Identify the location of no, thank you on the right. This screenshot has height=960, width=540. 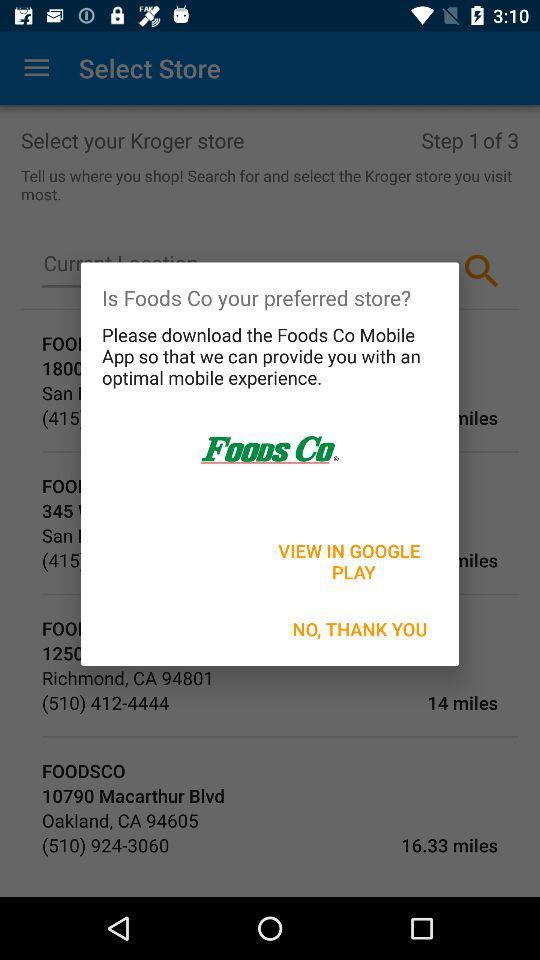
(359, 628).